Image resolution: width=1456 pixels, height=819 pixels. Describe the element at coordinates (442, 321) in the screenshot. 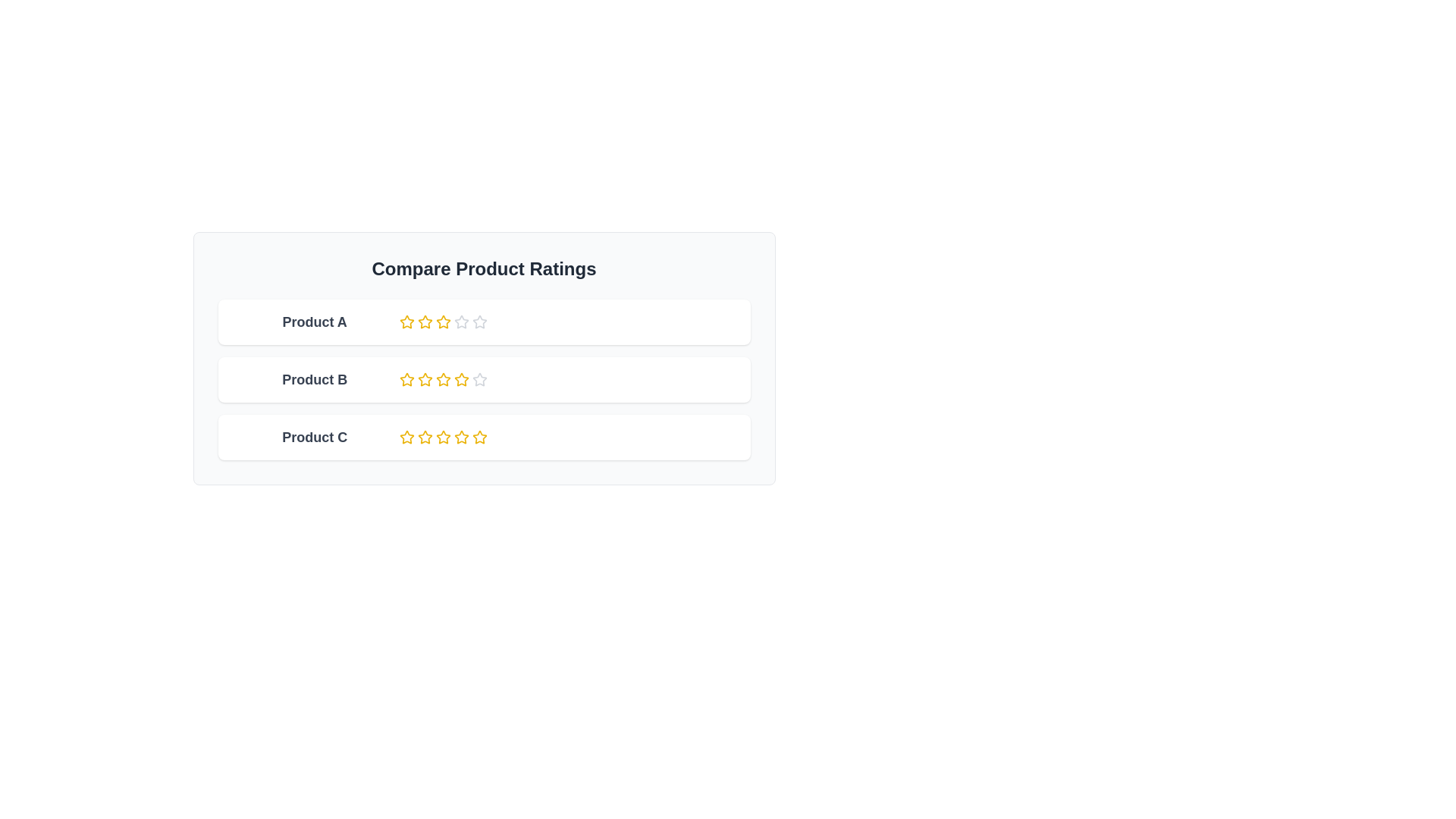

I see `the third star icon in the rating bar for 'Product A', positioned in the top row of the rating table` at that location.